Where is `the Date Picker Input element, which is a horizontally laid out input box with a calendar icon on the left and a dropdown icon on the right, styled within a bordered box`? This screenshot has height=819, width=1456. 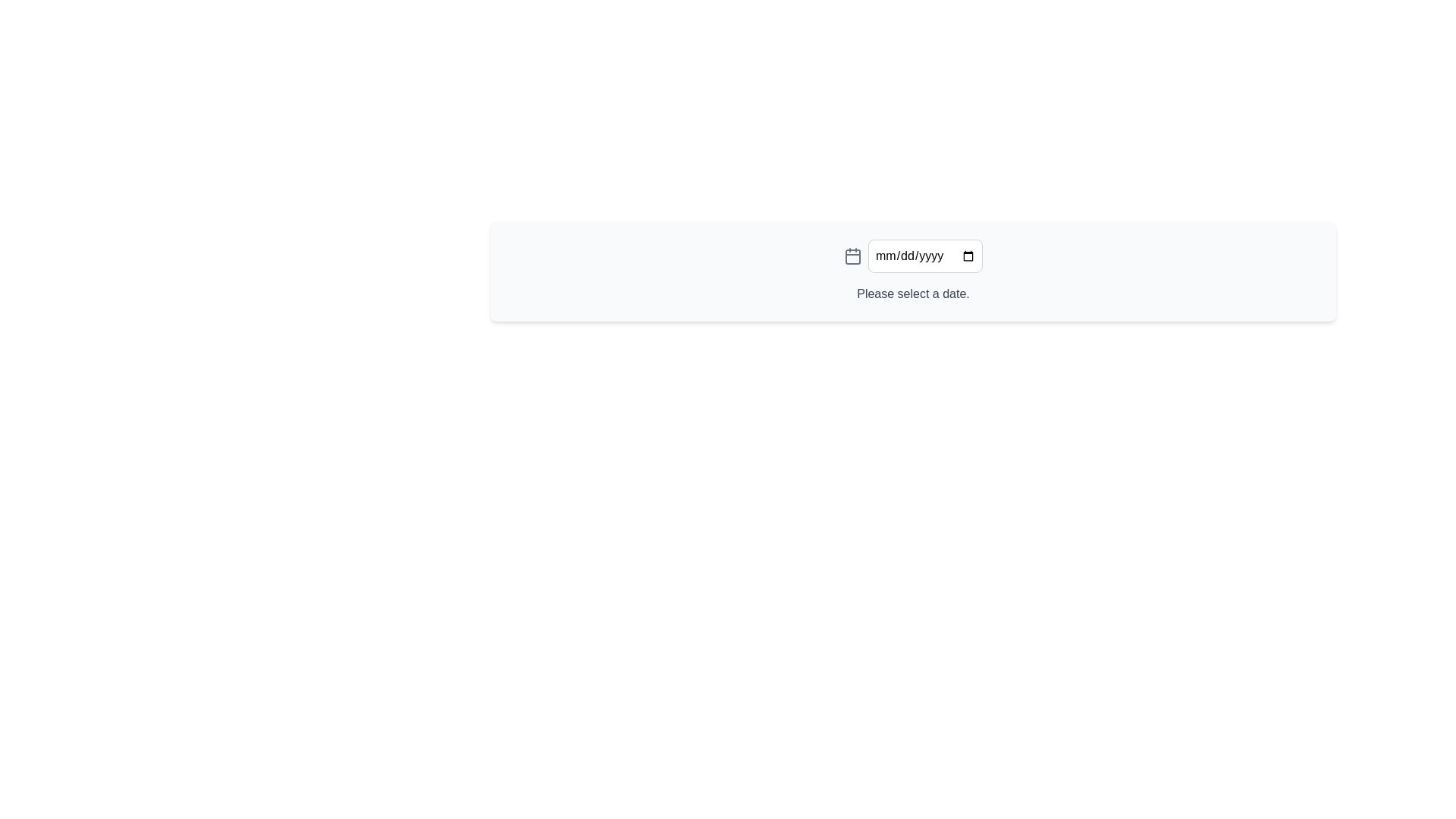
the Date Picker Input element, which is a horizontally laid out input box with a calendar icon on the left and a dropdown icon on the right, styled within a bordered box is located at coordinates (912, 256).